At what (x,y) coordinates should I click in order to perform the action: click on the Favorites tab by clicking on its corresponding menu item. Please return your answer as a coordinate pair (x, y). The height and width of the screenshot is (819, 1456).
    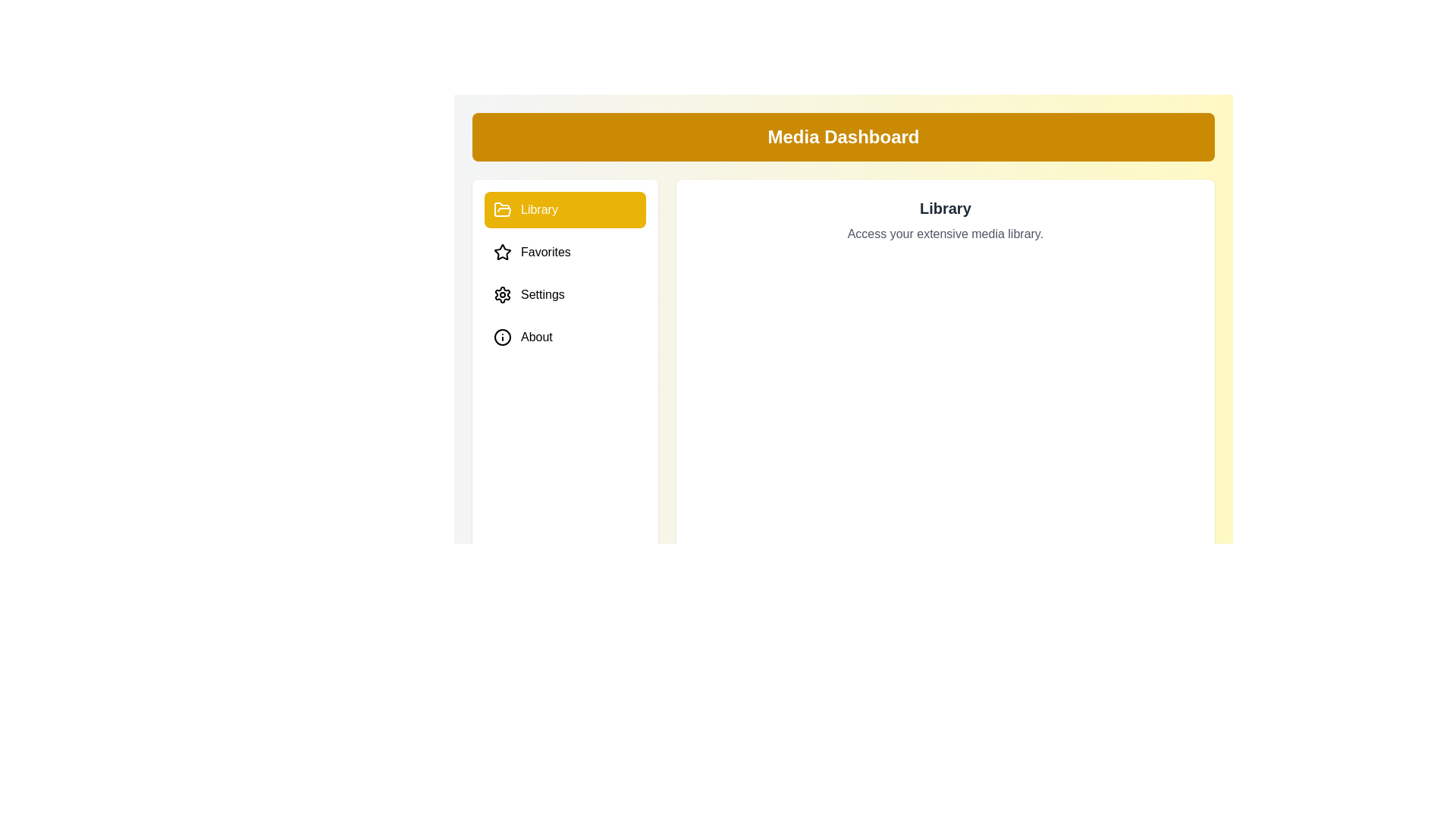
    Looking at the image, I should click on (564, 251).